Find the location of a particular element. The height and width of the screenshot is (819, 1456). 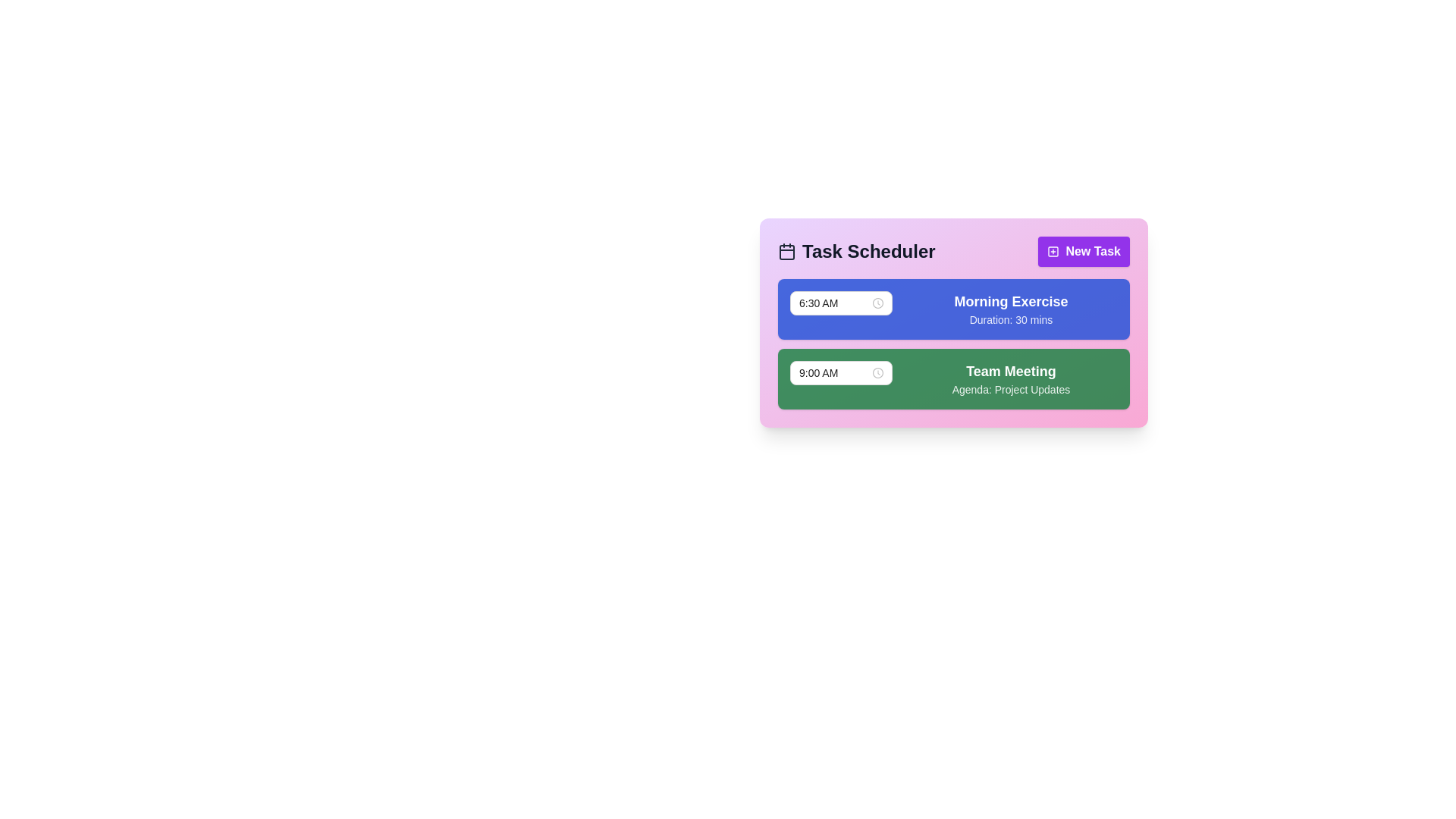

the inner rectangle of the calendar icon, which visually represents the calendar content, located above the 'Task Scheduler' text is located at coordinates (786, 251).